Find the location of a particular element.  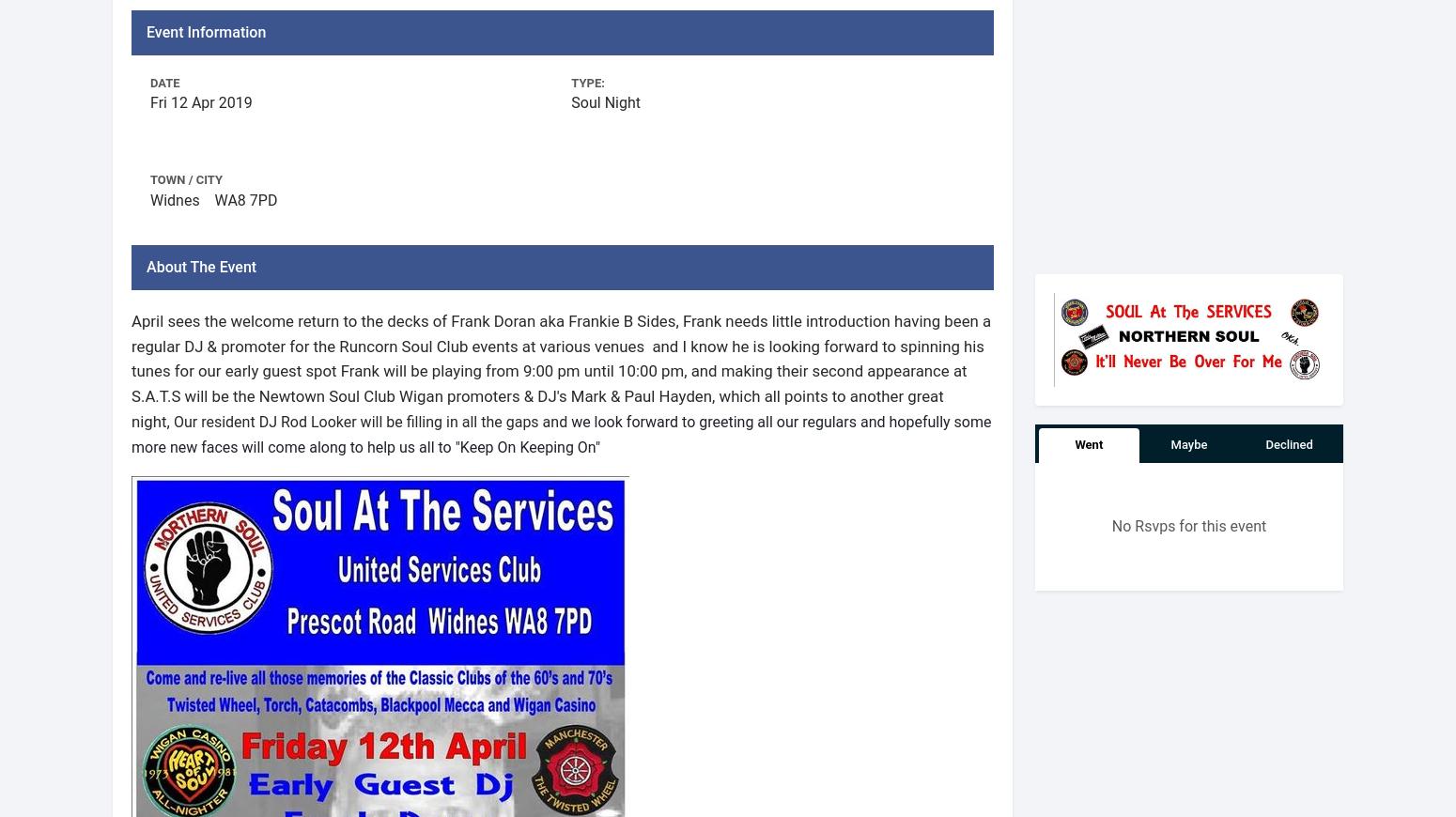

'Declined' is located at coordinates (1289, 443).